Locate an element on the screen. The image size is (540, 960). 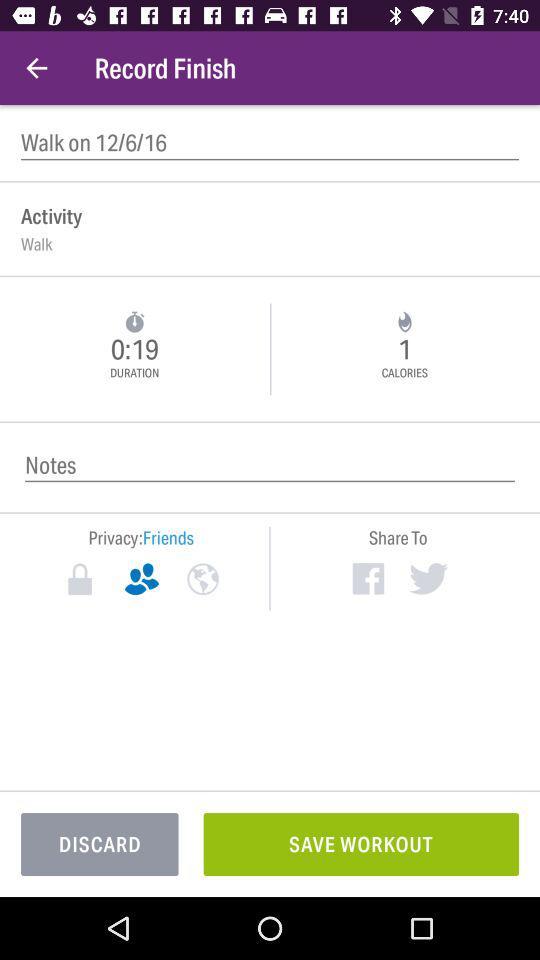
the lock icon is located at coordinates (79, 579).